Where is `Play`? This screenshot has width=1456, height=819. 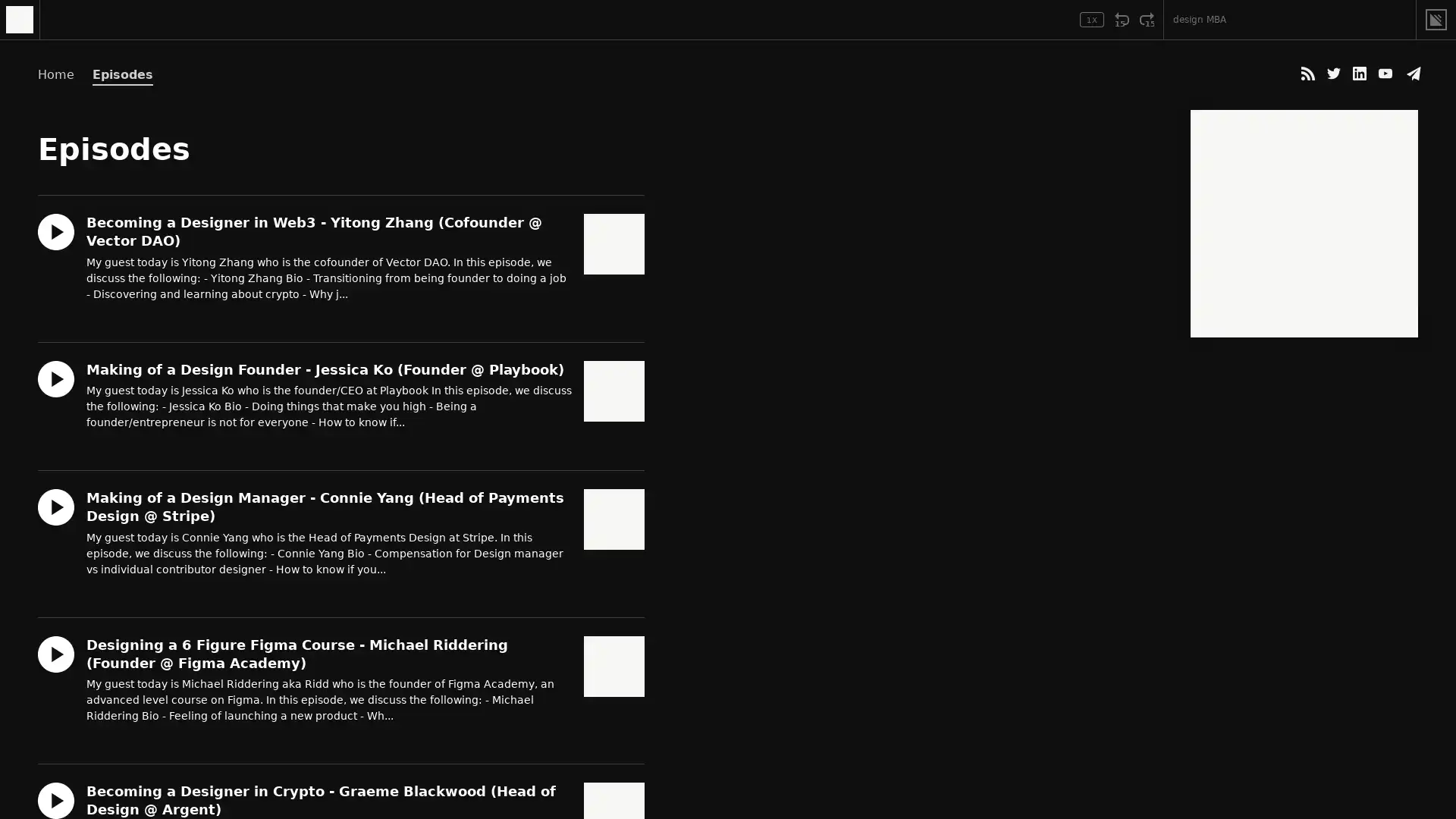 Play is located at coordinates (55, 231).